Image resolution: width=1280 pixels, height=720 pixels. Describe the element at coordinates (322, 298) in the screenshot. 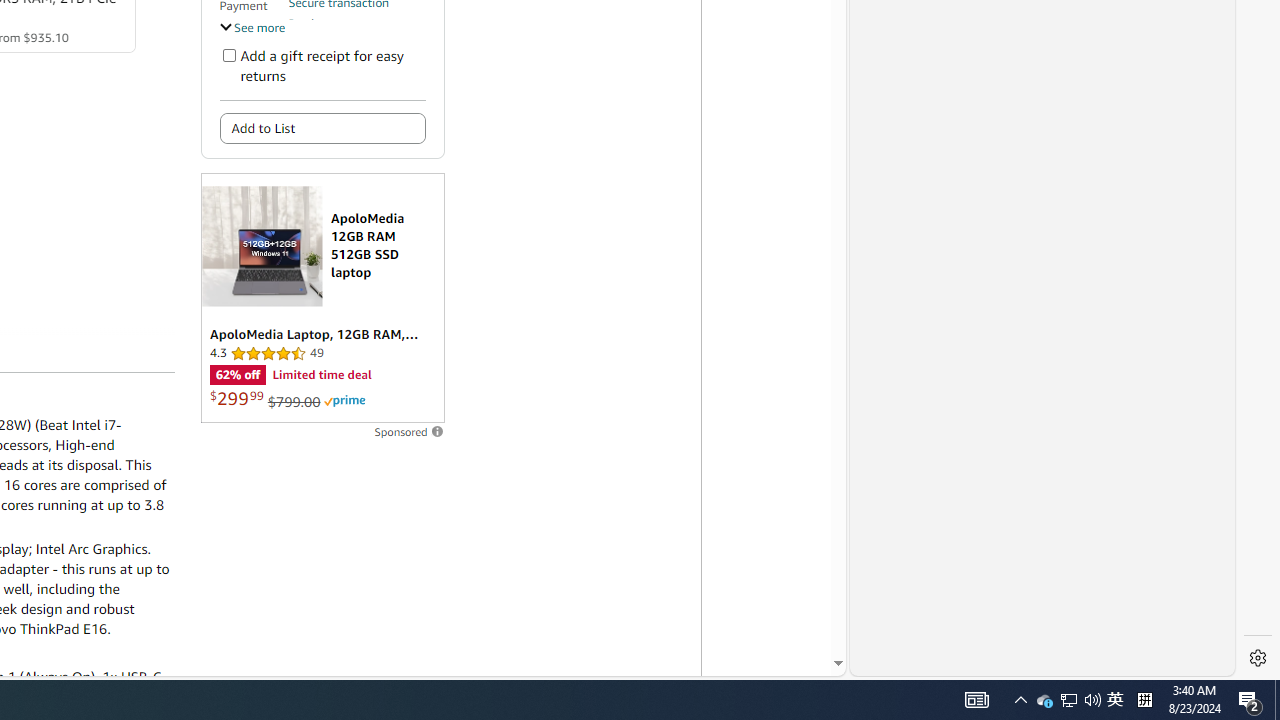

I see `'Sponsored ad'` at that location.